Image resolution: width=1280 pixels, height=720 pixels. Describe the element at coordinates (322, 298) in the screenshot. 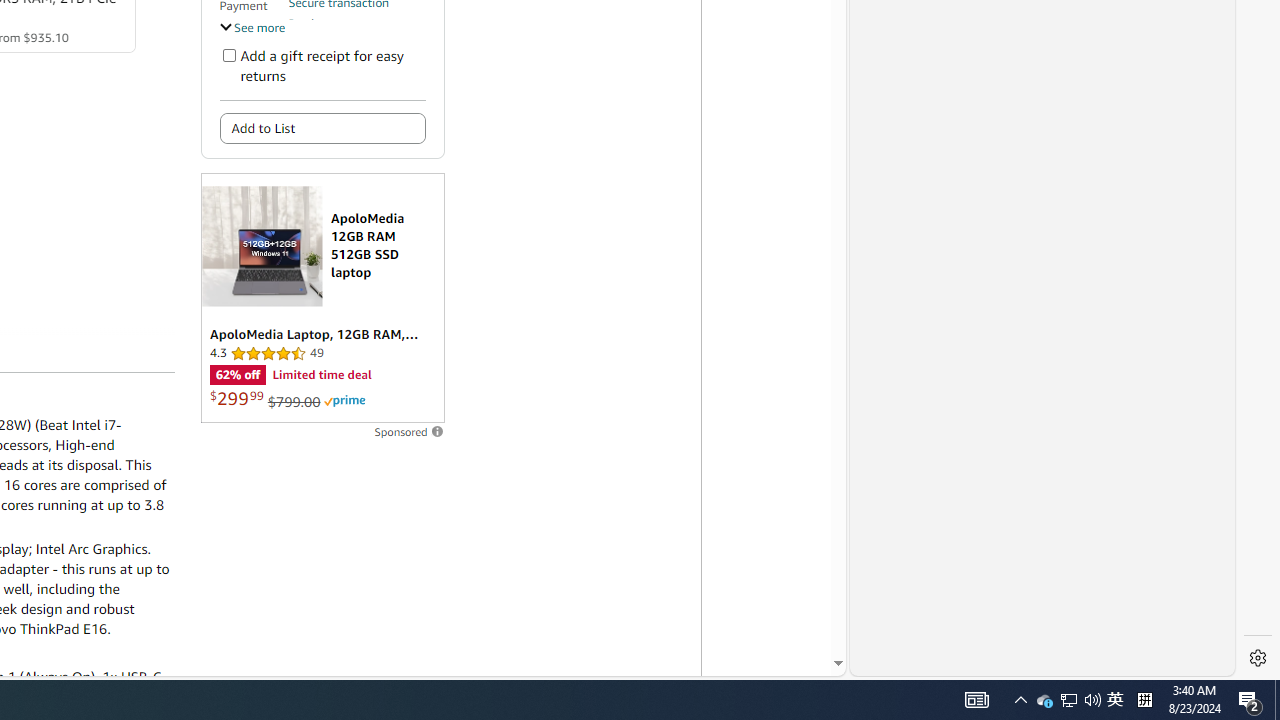

I see `'Sponsored ad'` at that location.